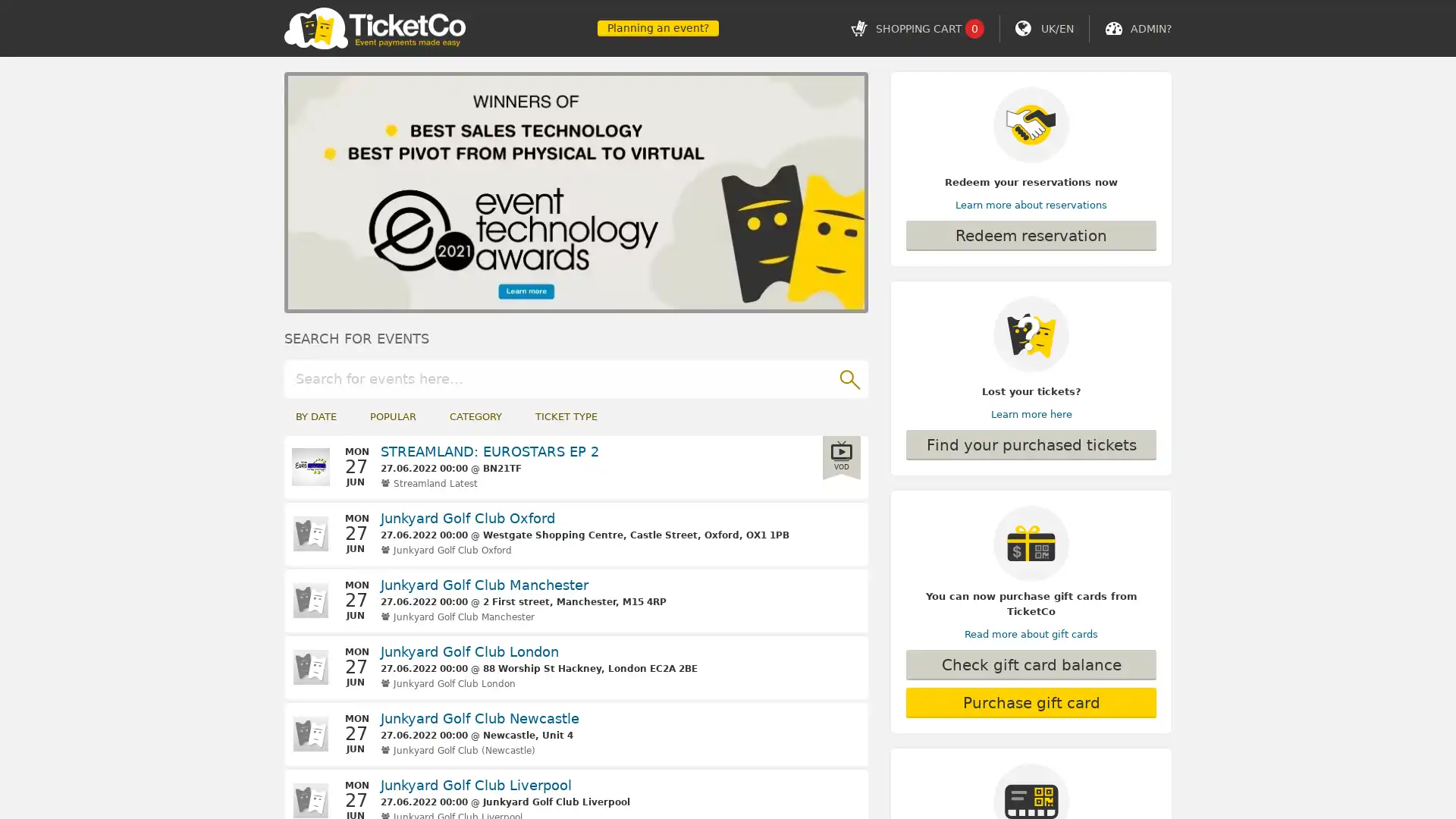 This screenshot has height=819, width=1456. What do you see at coordinates (1031, 444) in the screenshot?
I see `Find your purchased tickets` at bounding box center [1031, 444].